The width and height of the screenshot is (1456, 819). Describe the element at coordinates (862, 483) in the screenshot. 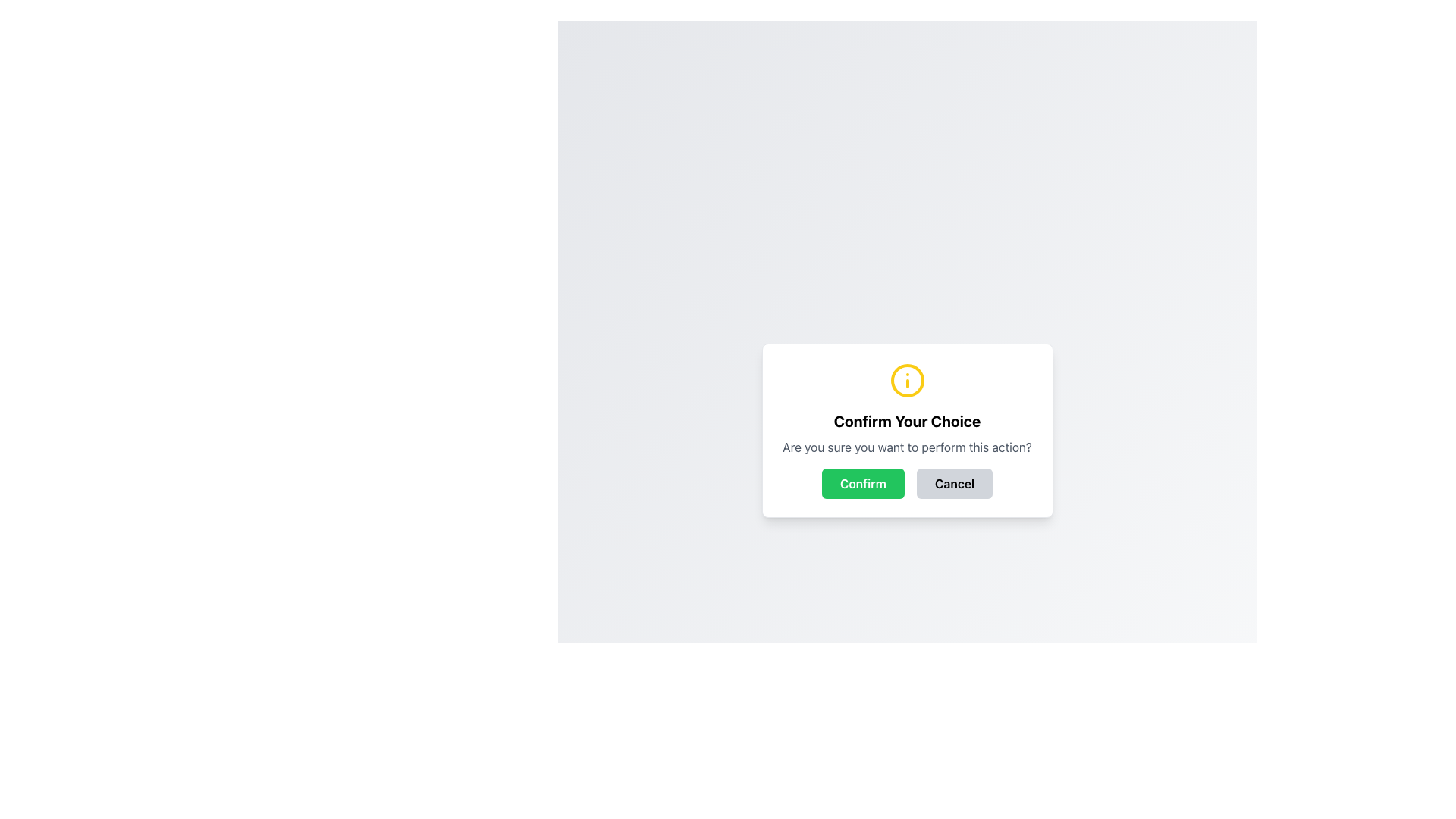

I see `the 'Confirm' button, which is a rectangular button with rounded corners, a green background, and white text, positioned to the left of the 'Cancel' button` at that location.